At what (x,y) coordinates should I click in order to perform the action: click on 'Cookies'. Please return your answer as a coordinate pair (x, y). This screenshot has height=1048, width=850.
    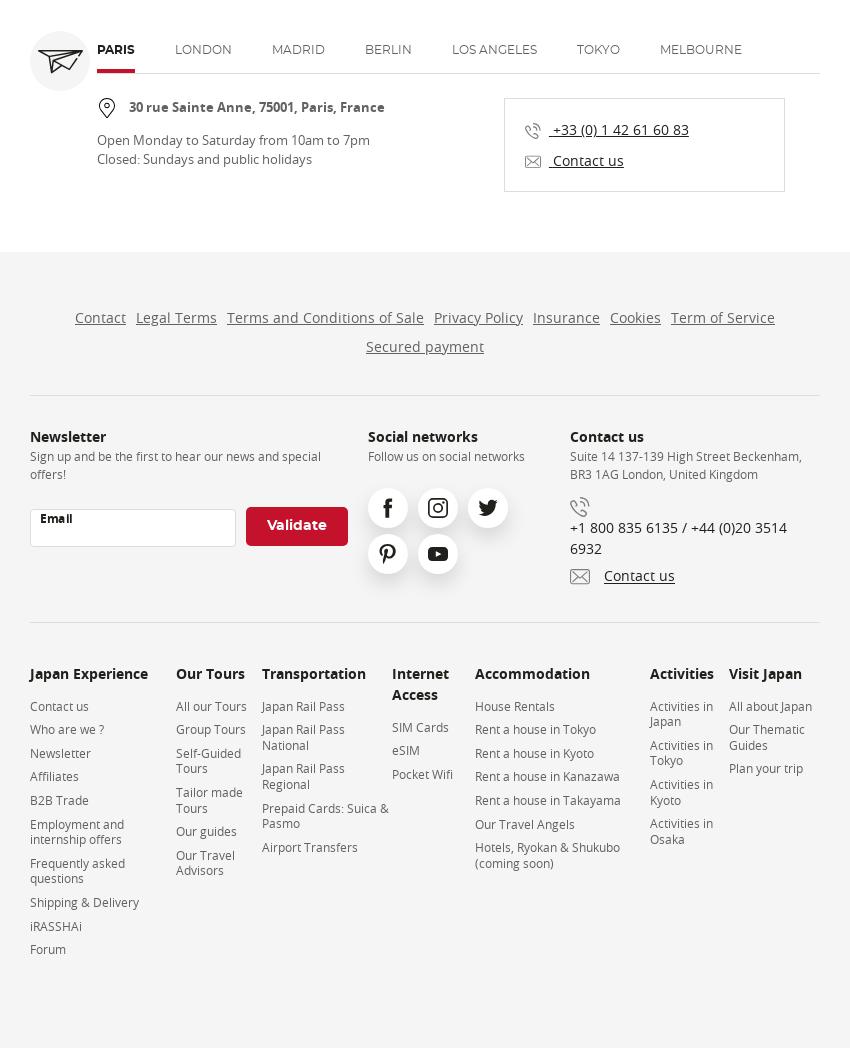
    Looking at the image, I should click on (608, 317).